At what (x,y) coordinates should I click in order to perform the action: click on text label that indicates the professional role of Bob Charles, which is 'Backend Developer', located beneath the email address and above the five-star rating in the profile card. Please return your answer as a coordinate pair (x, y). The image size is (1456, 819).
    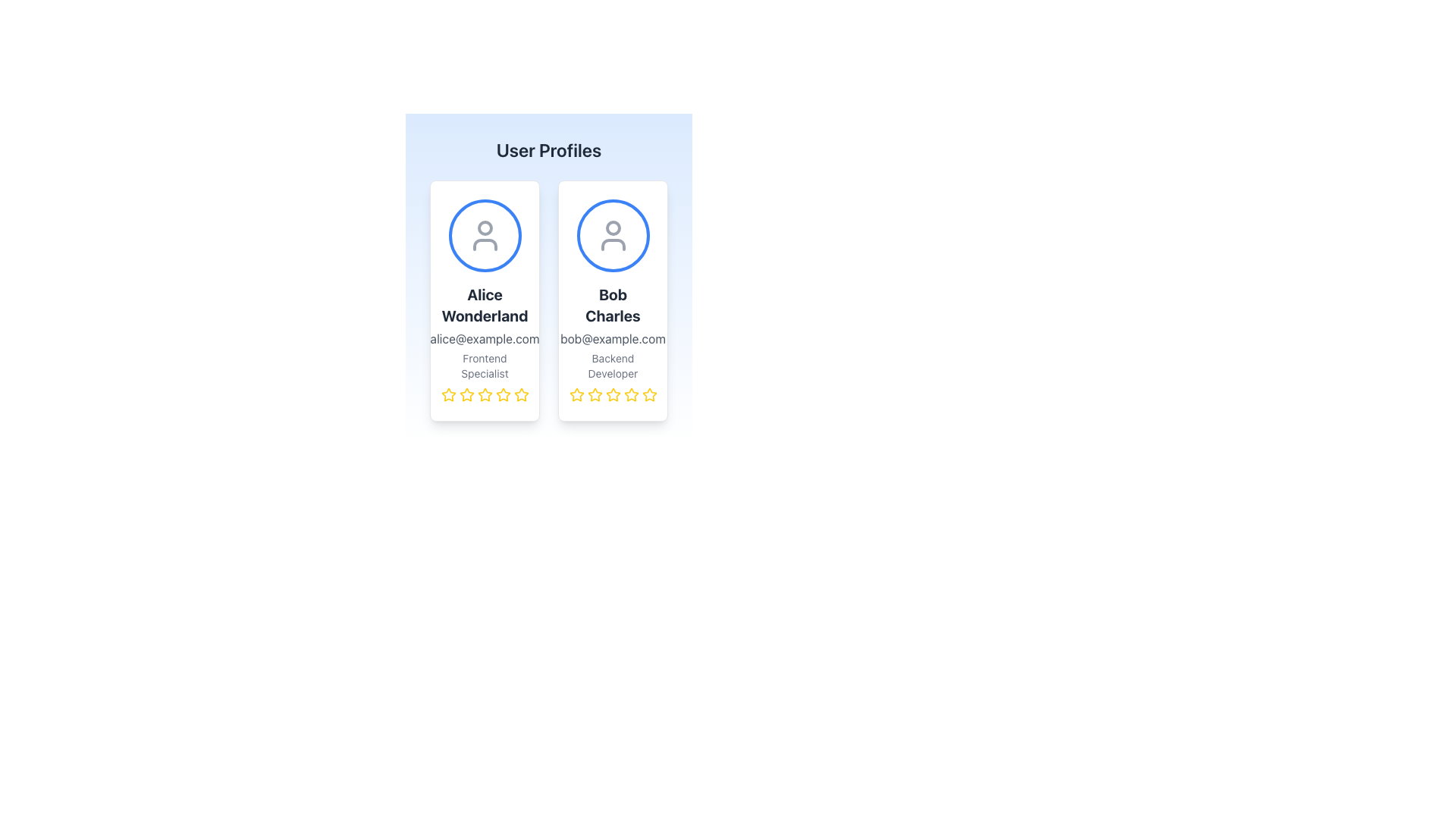
    Looking at the image, I should click on (613, 366).